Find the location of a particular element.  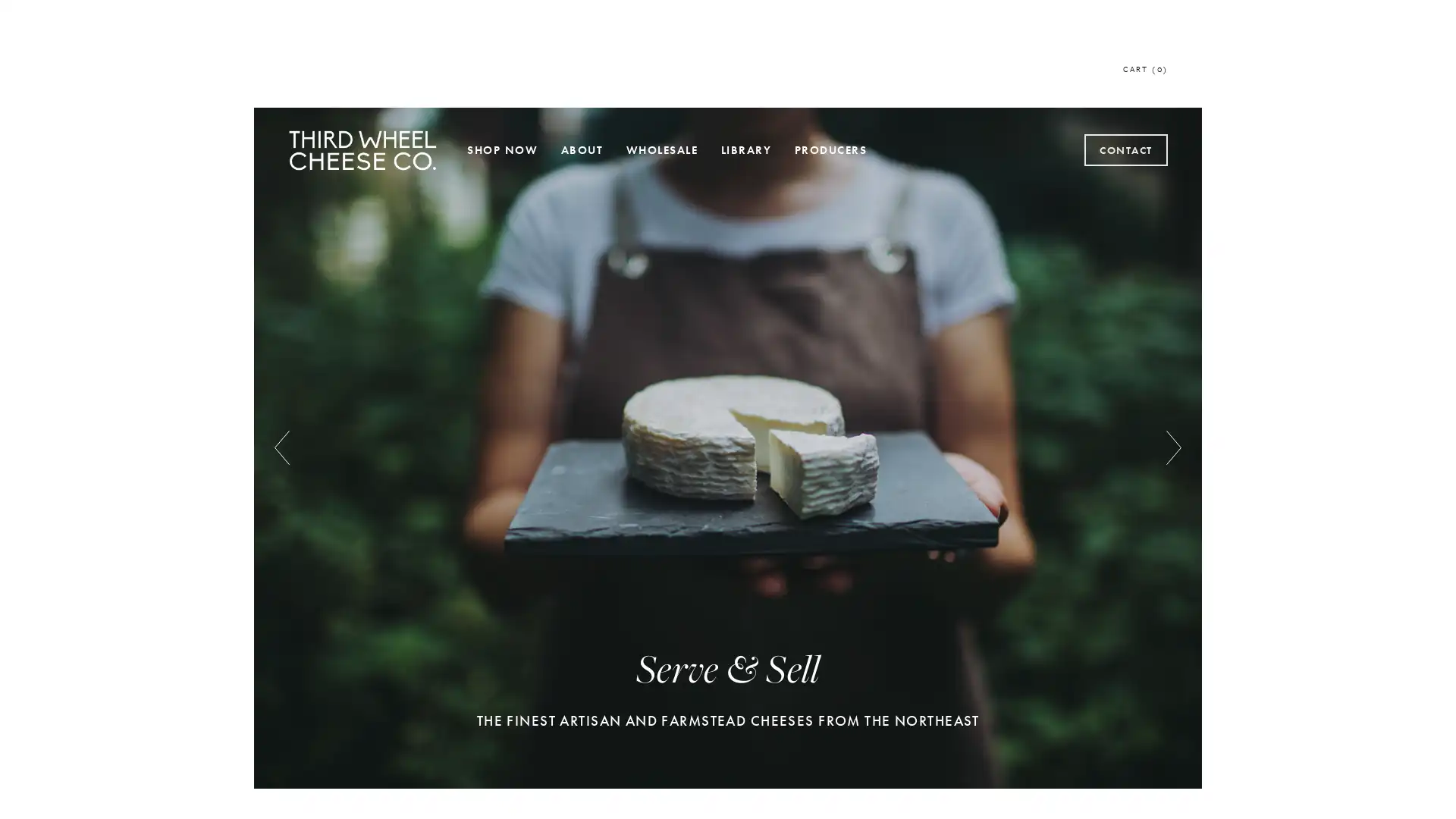

Close is located at coordinates (944, 281).